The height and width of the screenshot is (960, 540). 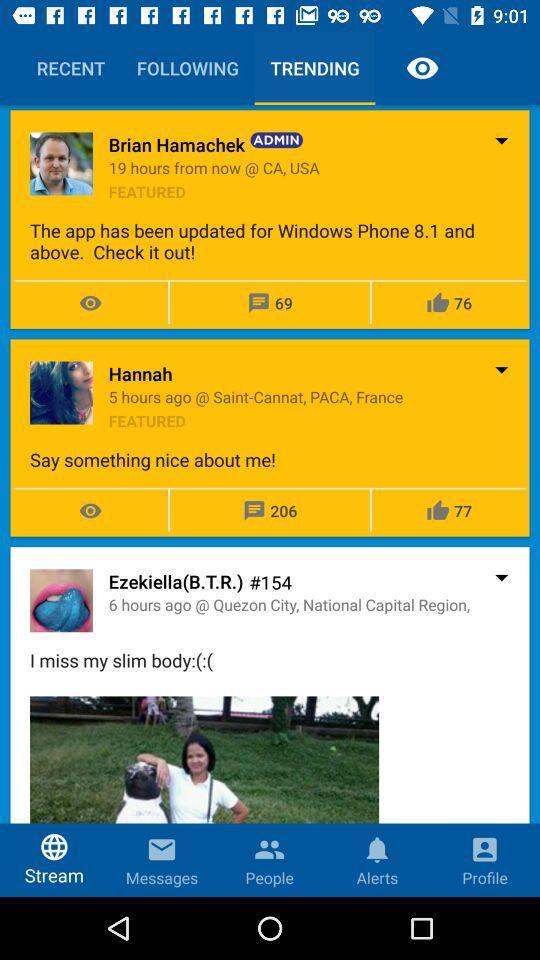 What do you see at coordinates (203, 796) in the screenshot?
I see `the item to the left of the profile icon` at bounding box center [203, 796].